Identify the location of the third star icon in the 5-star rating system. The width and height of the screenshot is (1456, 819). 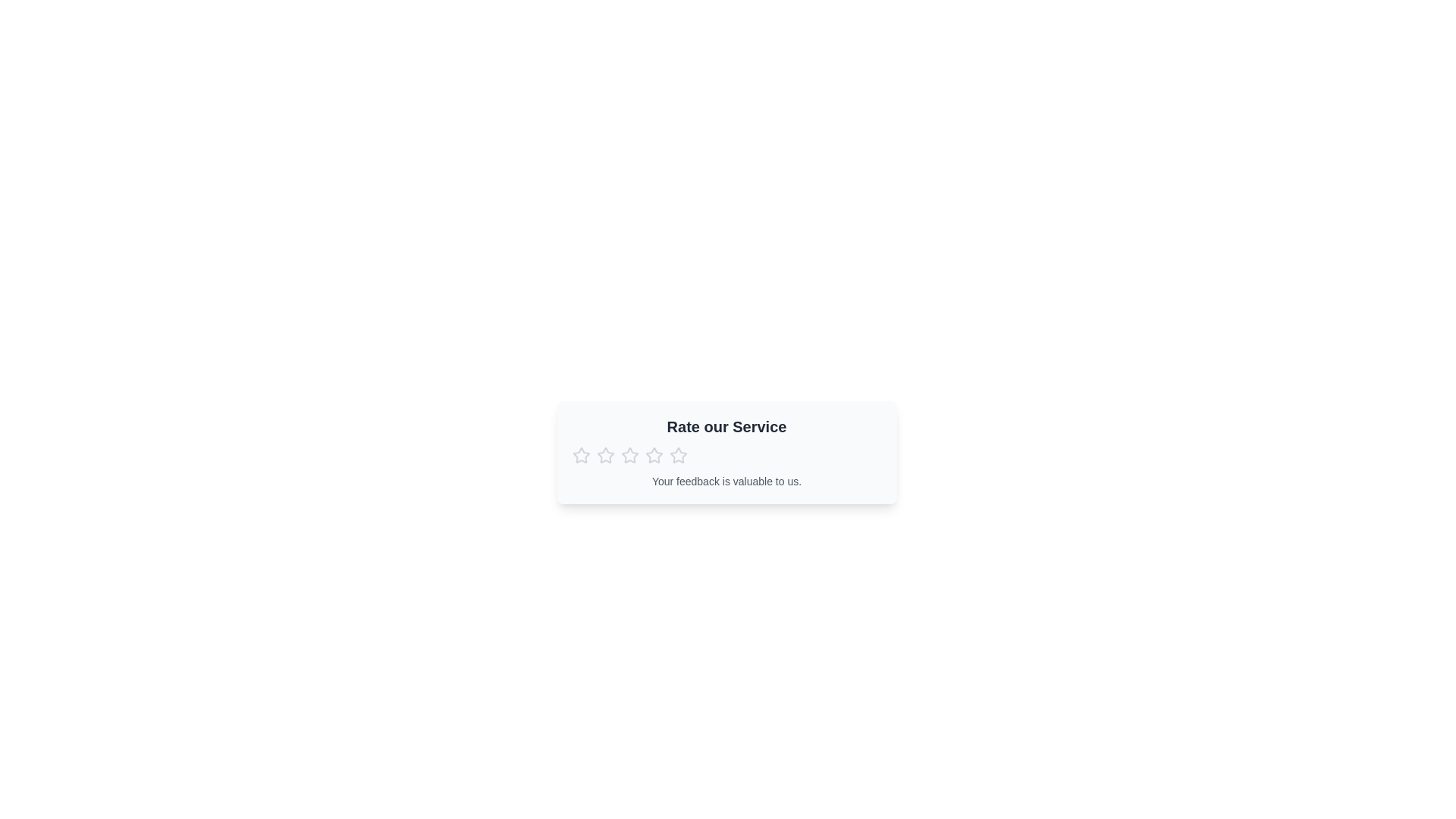
(654, 454).